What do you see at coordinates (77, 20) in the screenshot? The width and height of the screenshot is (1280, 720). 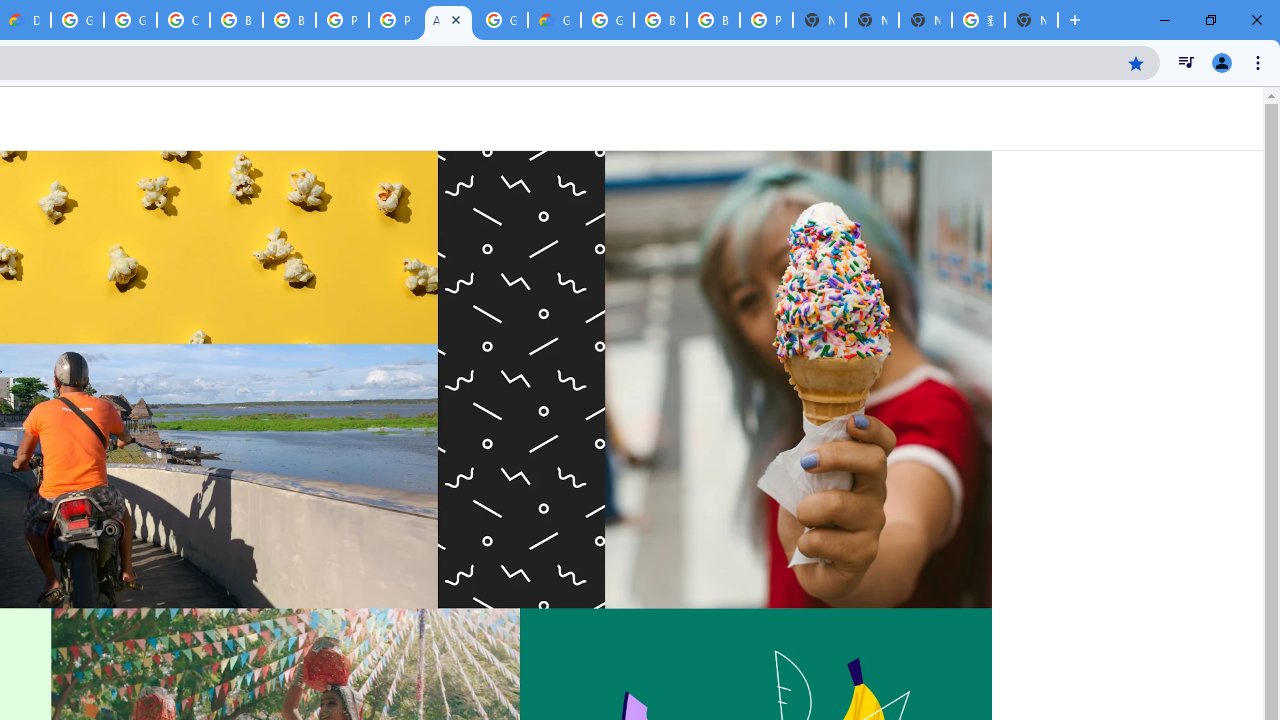 I see `'Google Cloud Platform'` at bounding box center [77, 20].